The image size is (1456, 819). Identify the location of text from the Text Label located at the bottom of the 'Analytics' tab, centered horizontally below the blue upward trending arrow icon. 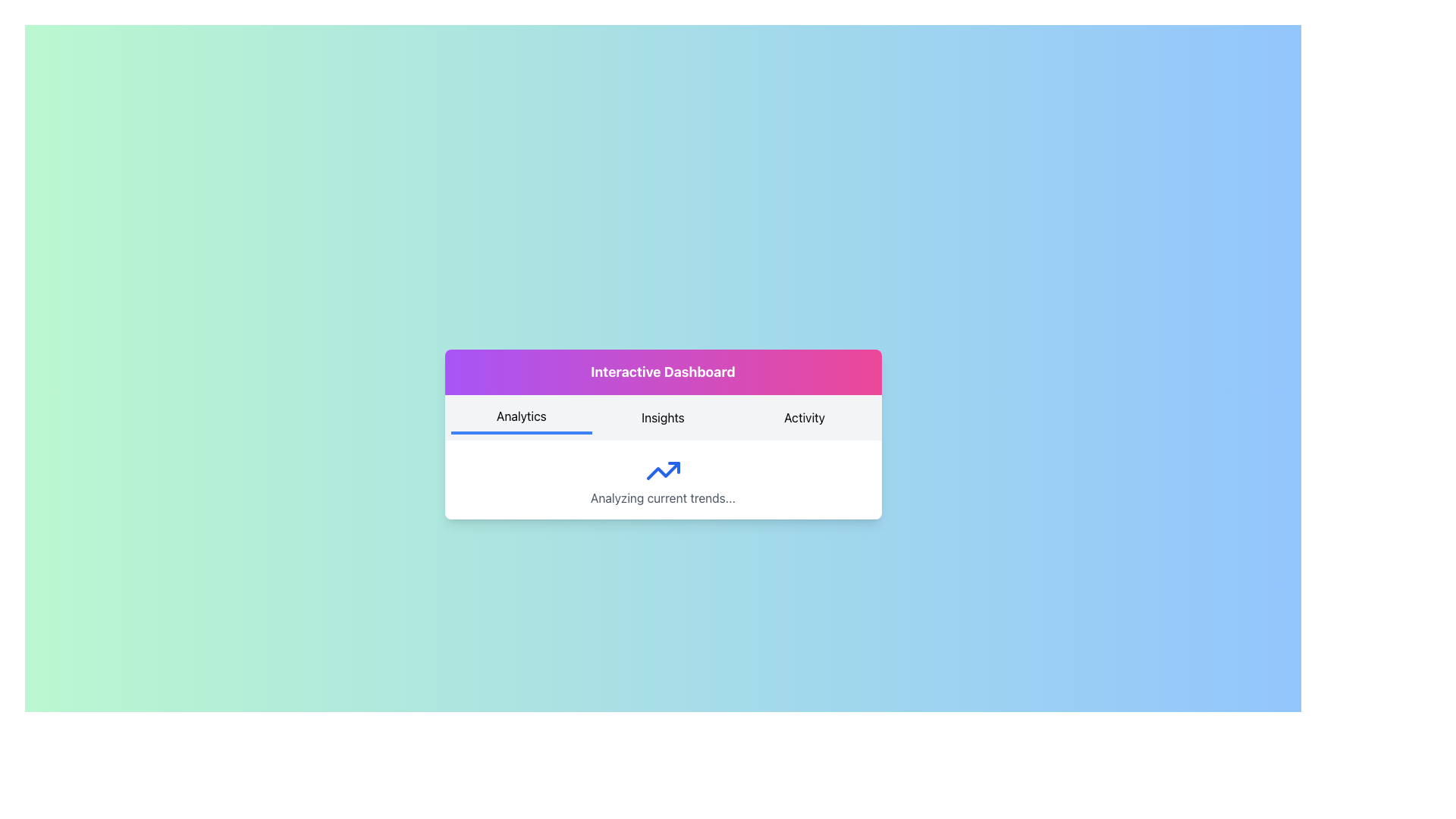
(663, 497).